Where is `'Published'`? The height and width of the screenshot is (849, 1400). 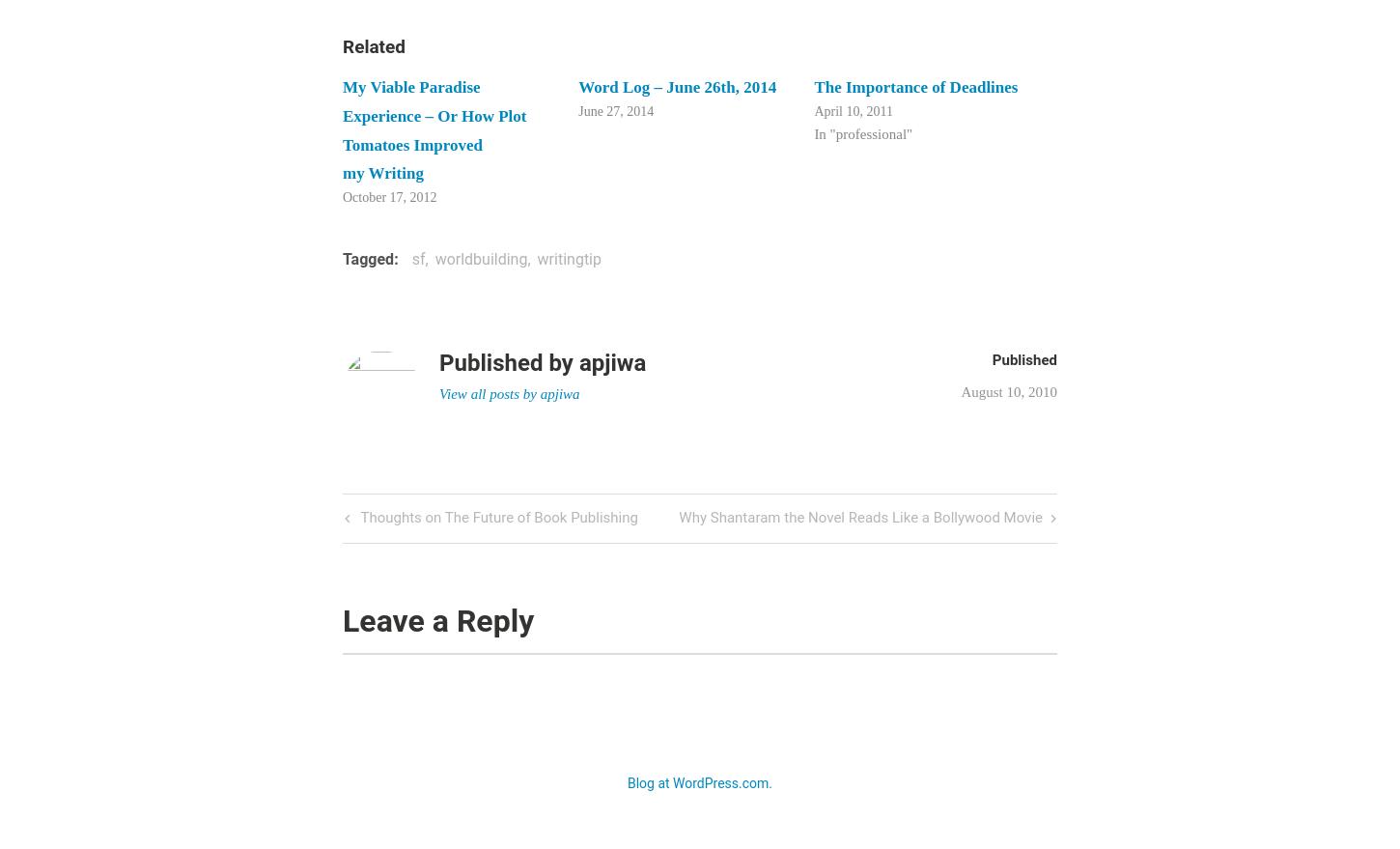
'Published' is located at coordinates (1023, 359).